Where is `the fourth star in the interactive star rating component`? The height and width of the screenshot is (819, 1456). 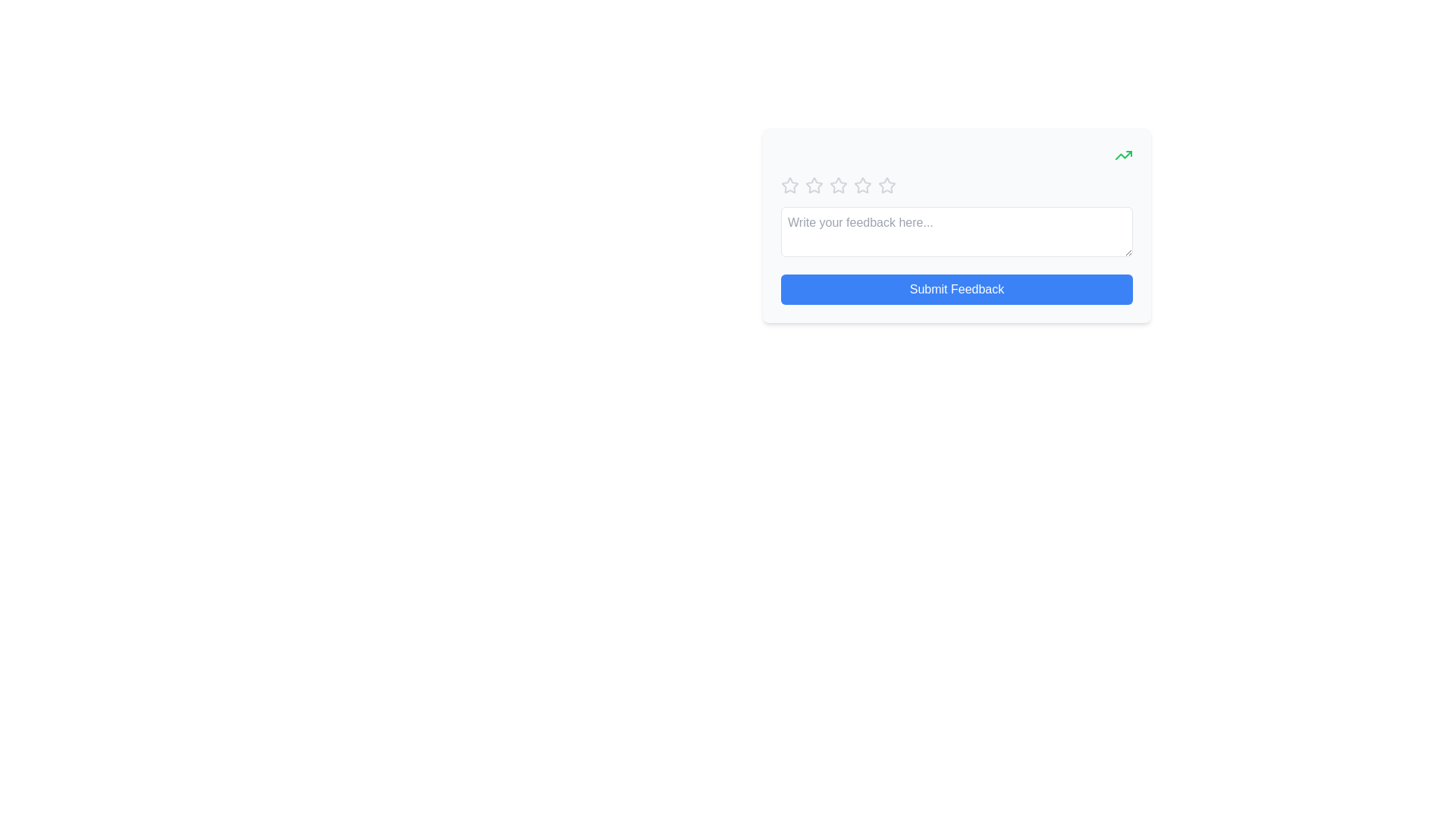 the fourth star in the interactive star rating component is located at coordinates (862, 185).